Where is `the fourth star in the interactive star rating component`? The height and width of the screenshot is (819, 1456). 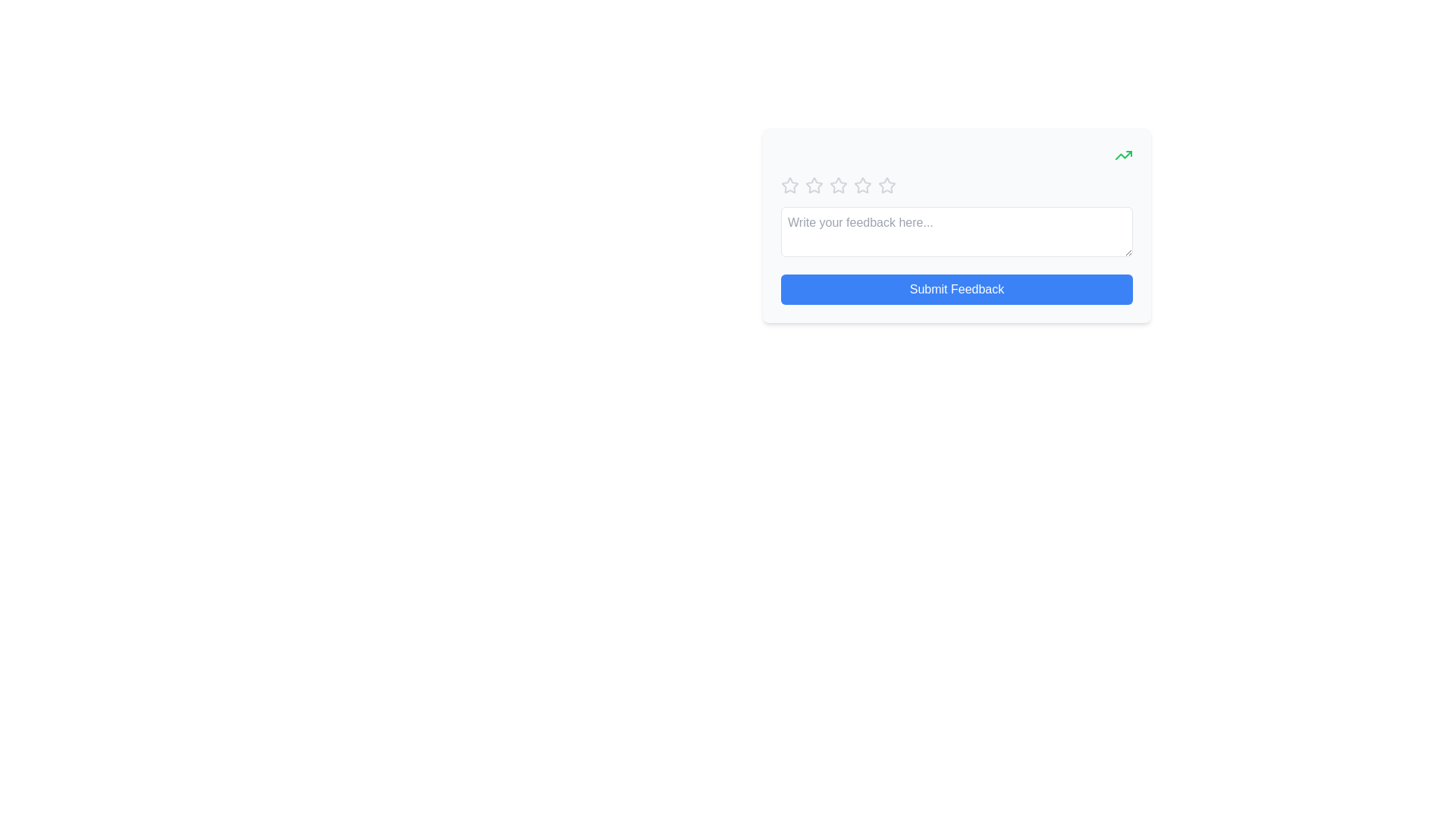 the fourth star in the interactive star rating component is located at coordinates (862, 185).